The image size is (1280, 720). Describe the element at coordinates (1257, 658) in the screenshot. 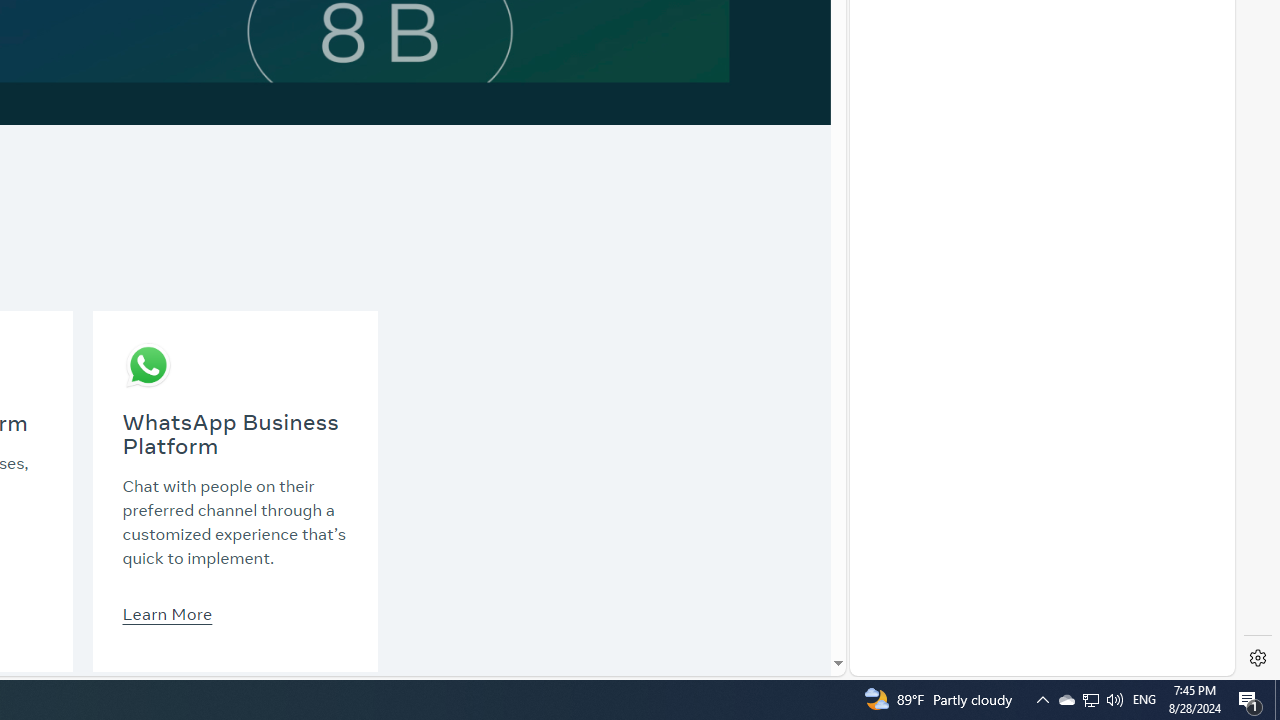

I see `'Settings'` at that location.